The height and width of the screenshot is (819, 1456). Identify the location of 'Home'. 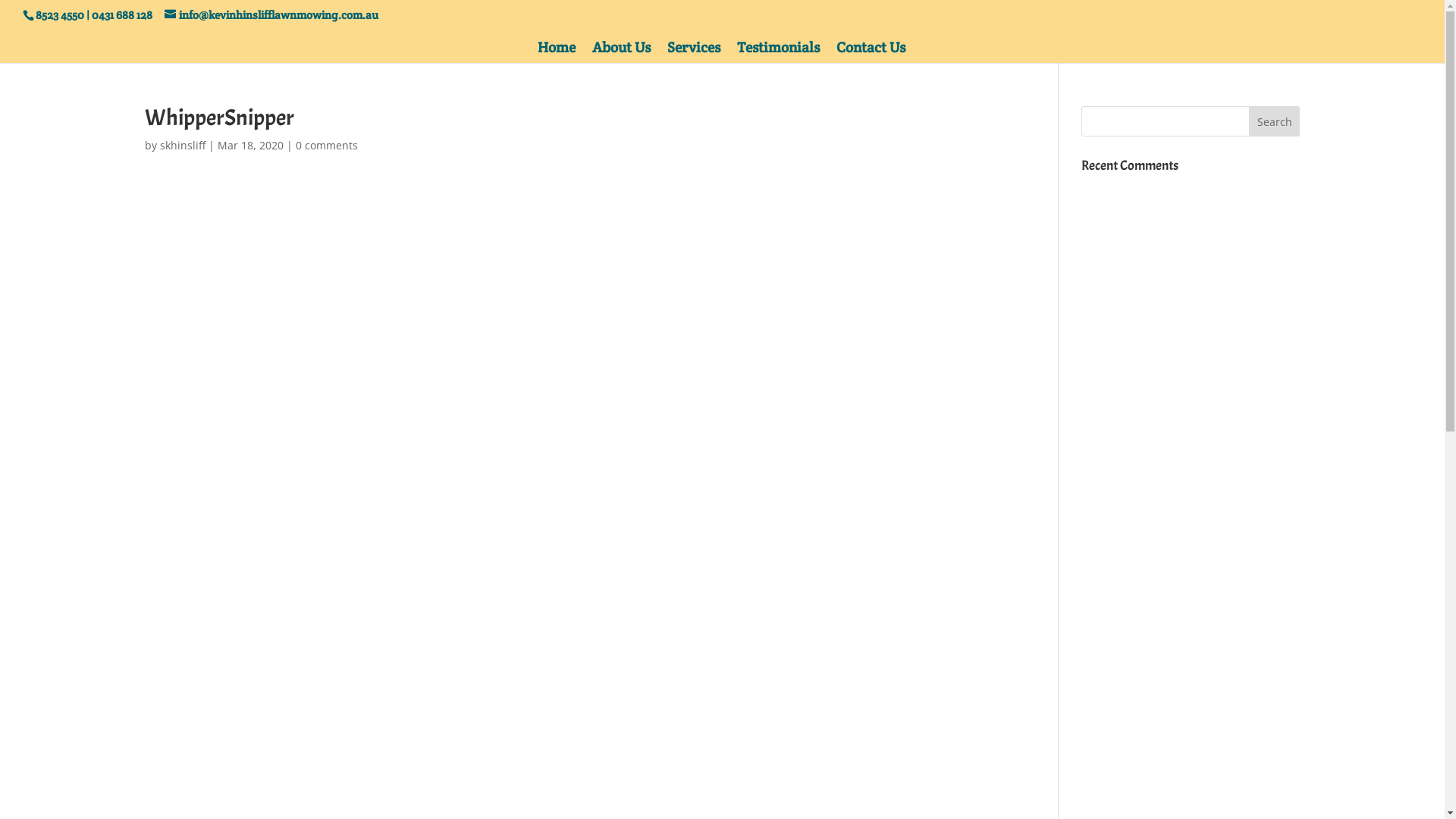
(556, 52).